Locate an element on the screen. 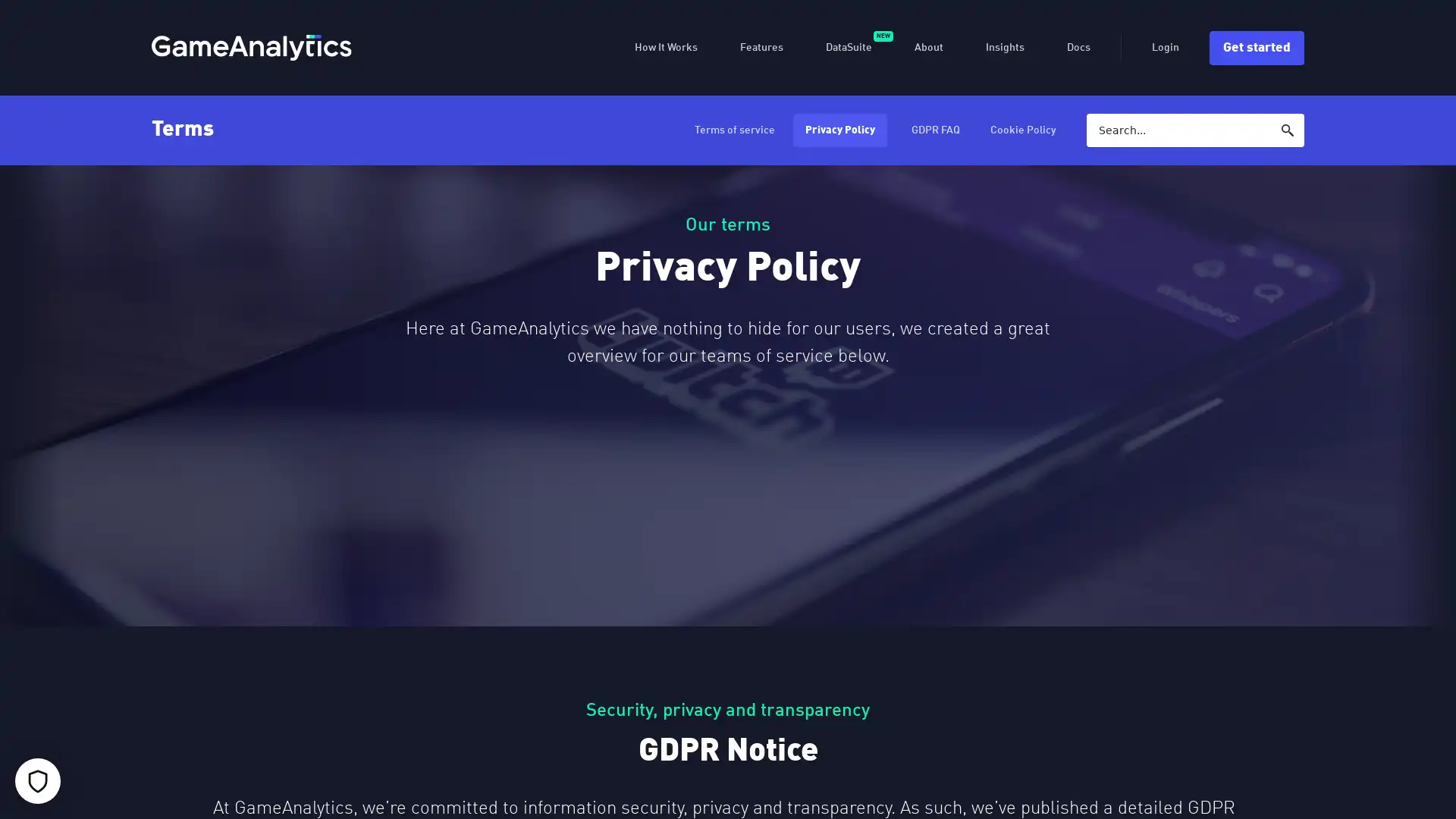 The image size is (1456, 819). Your cookie settings is located at coordinates (37, 780).